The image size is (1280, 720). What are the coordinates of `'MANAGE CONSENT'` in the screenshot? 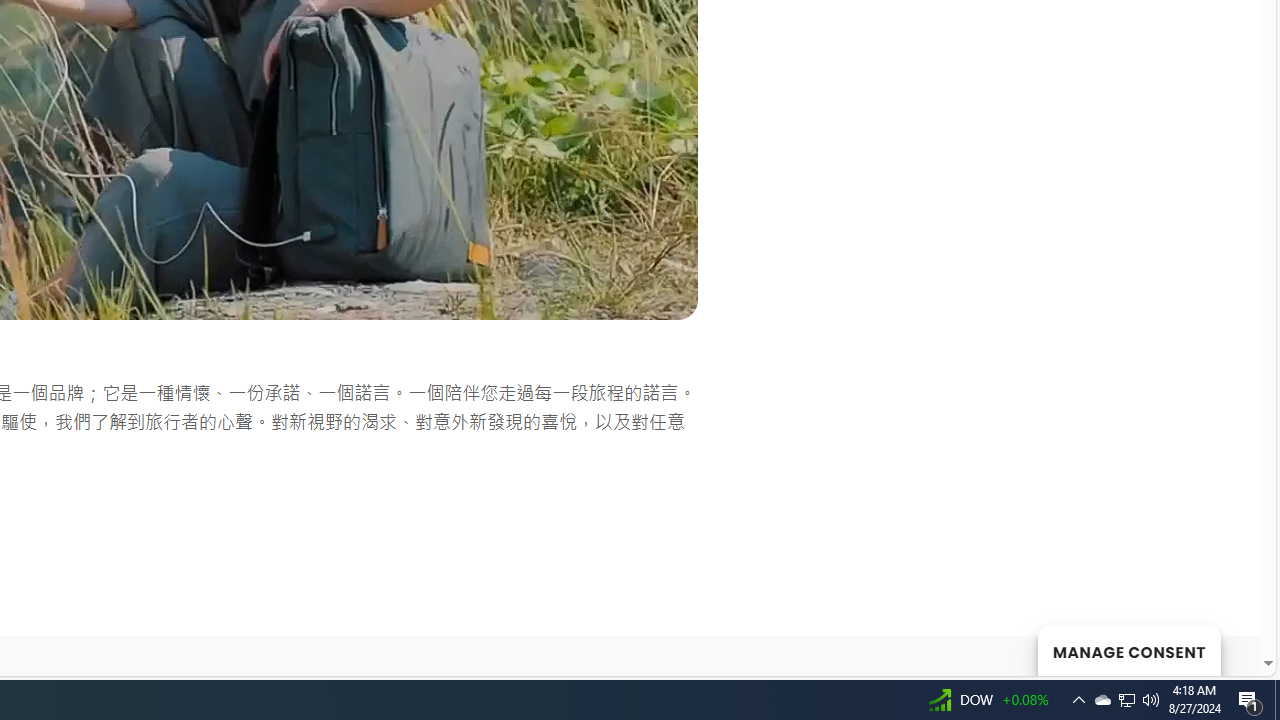 It's located at (1128, 650).